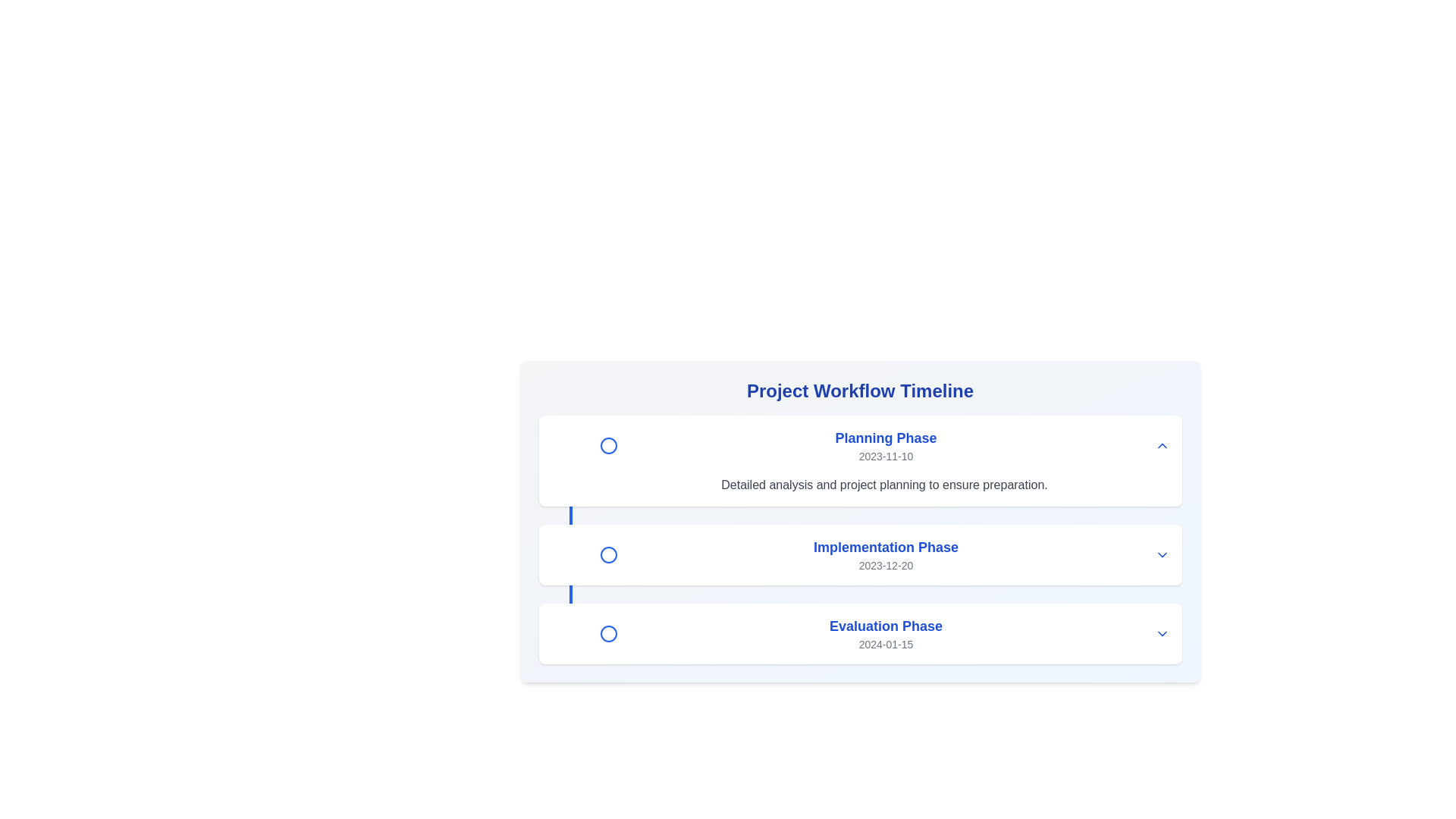  Describe the element at coordinates (608, 634) in the screenshot. I see `the indicator icon associated with the 'Evaluation Phase'` at that location.